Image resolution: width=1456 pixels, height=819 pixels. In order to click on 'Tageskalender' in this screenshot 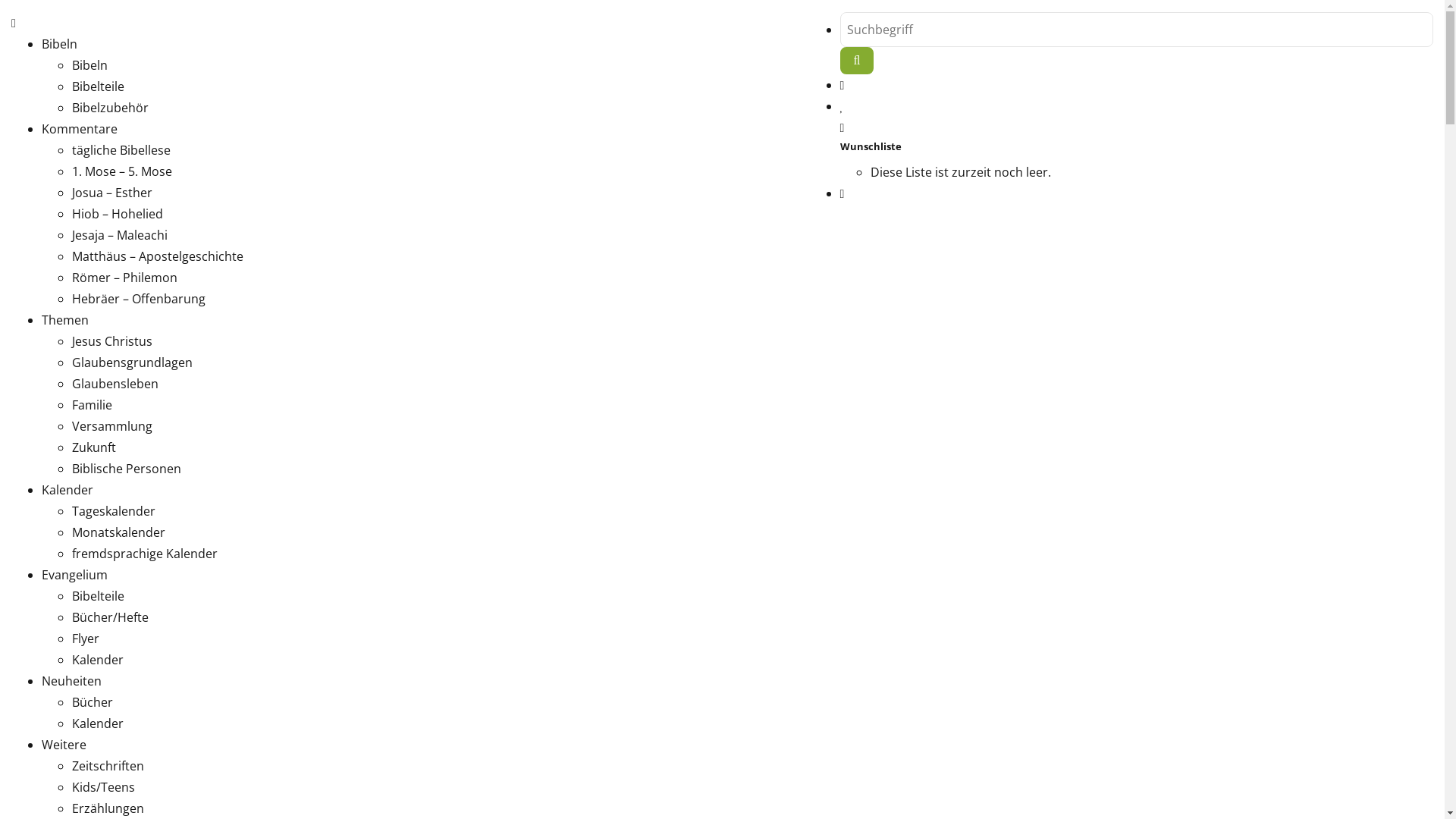, I will do `click(71, 511)`.